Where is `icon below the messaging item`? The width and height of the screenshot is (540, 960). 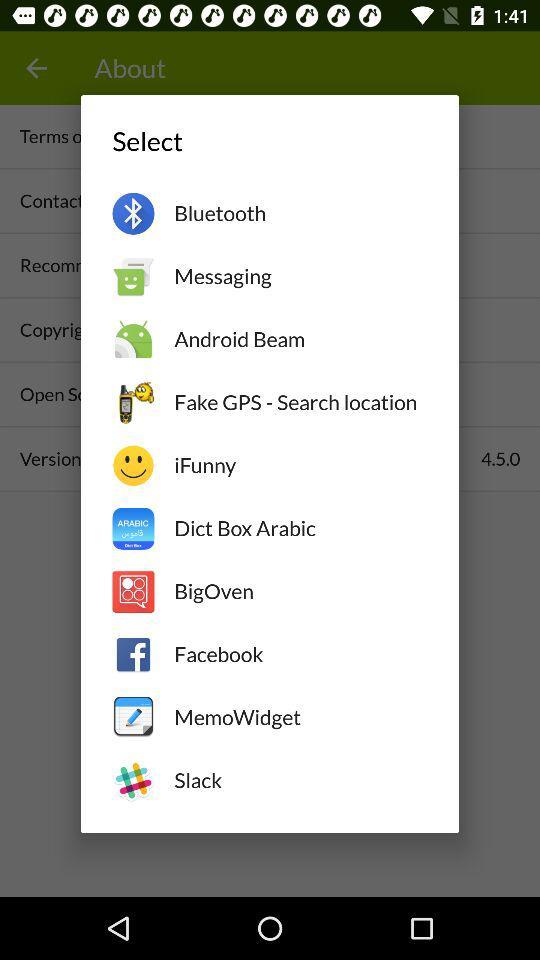 icon below the messaging item is located at coordinates (299, 339).